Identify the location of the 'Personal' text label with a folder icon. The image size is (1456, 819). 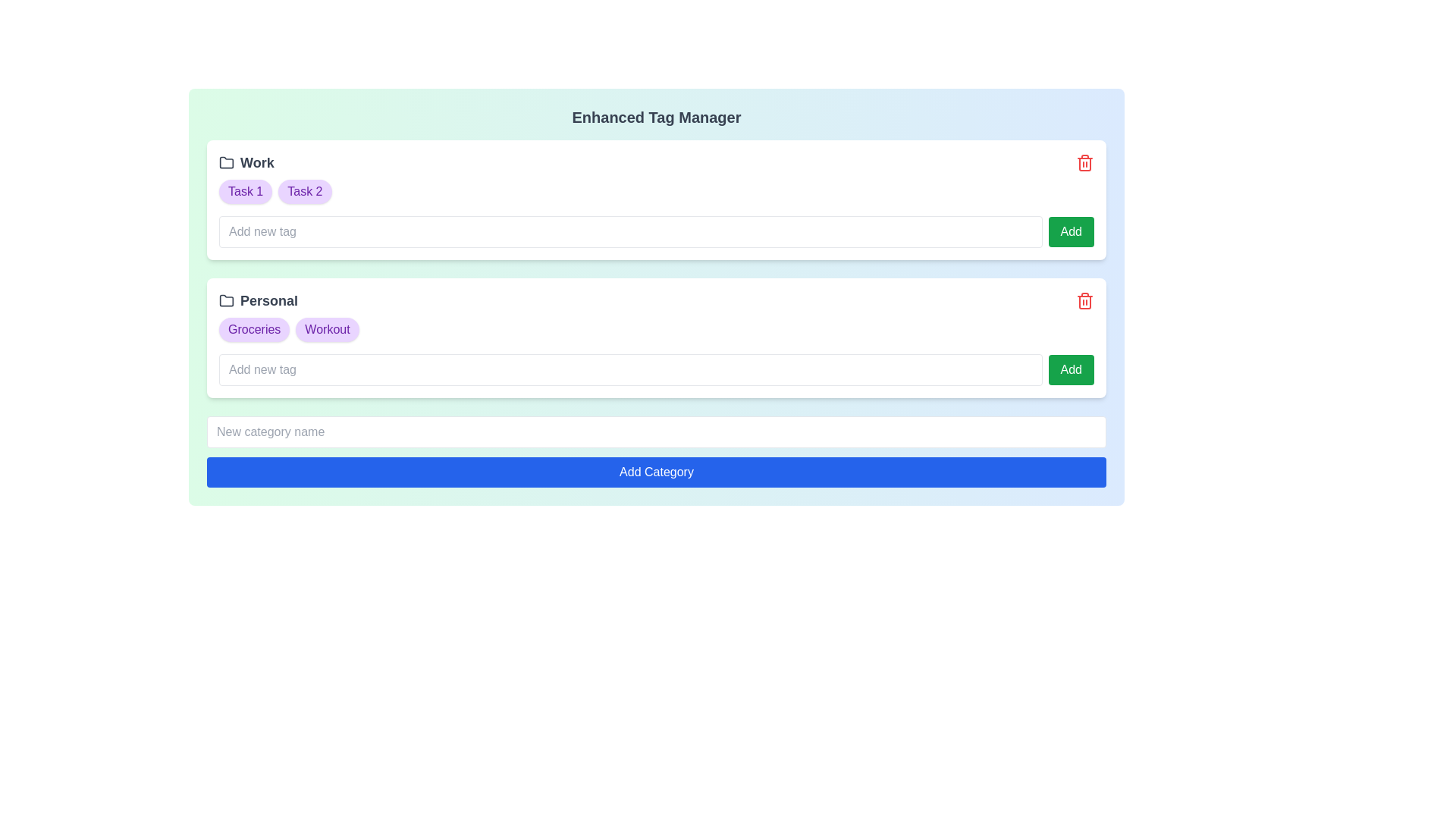
(258, 301).